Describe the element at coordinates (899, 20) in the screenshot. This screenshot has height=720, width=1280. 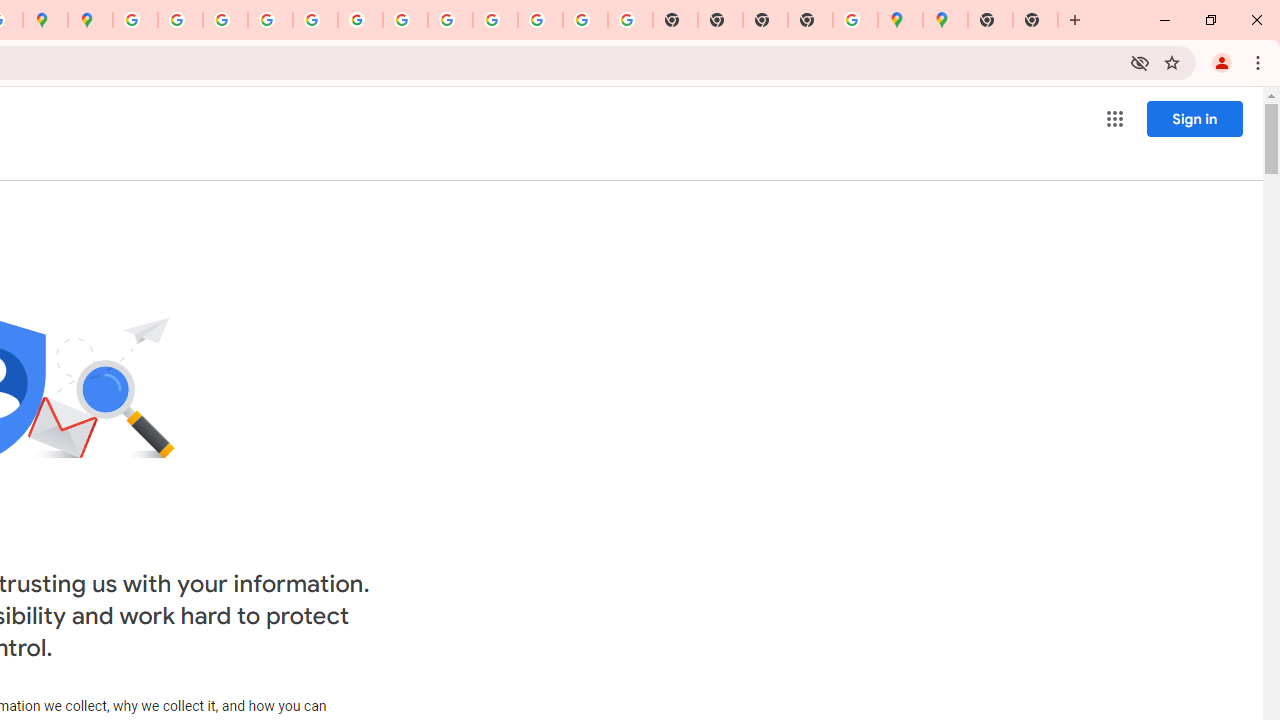
I see `'Google Maps'` at that location.